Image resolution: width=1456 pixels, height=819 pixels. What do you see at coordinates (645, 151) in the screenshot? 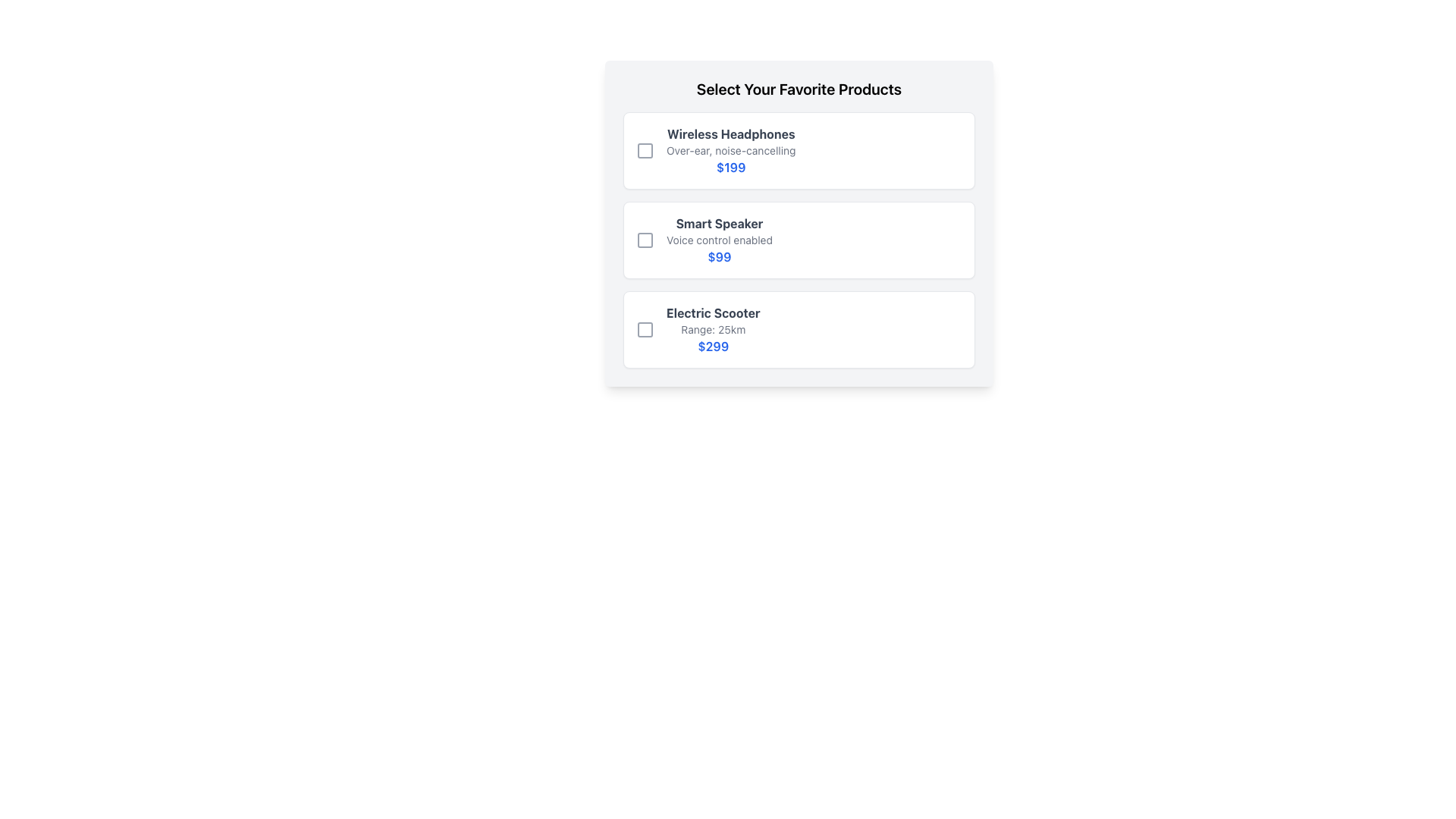
I see `the checkbox for 'Wireless Headphones'` at bounding box center [645, 151].